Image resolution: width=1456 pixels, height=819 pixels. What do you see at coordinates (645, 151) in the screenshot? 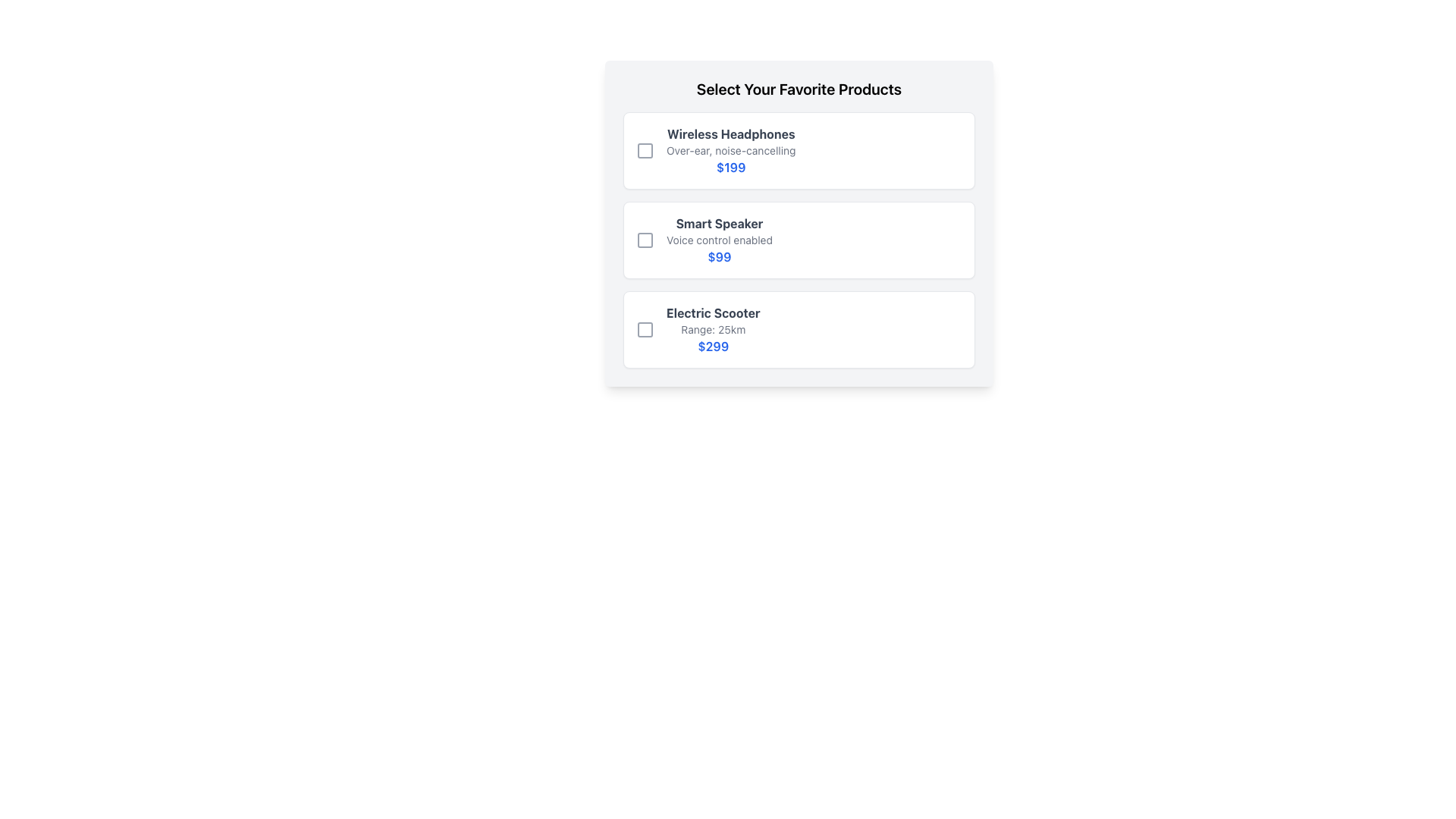
I see `the checkbox for 'Wireless Headphones'` at bounding box center [645, 151].